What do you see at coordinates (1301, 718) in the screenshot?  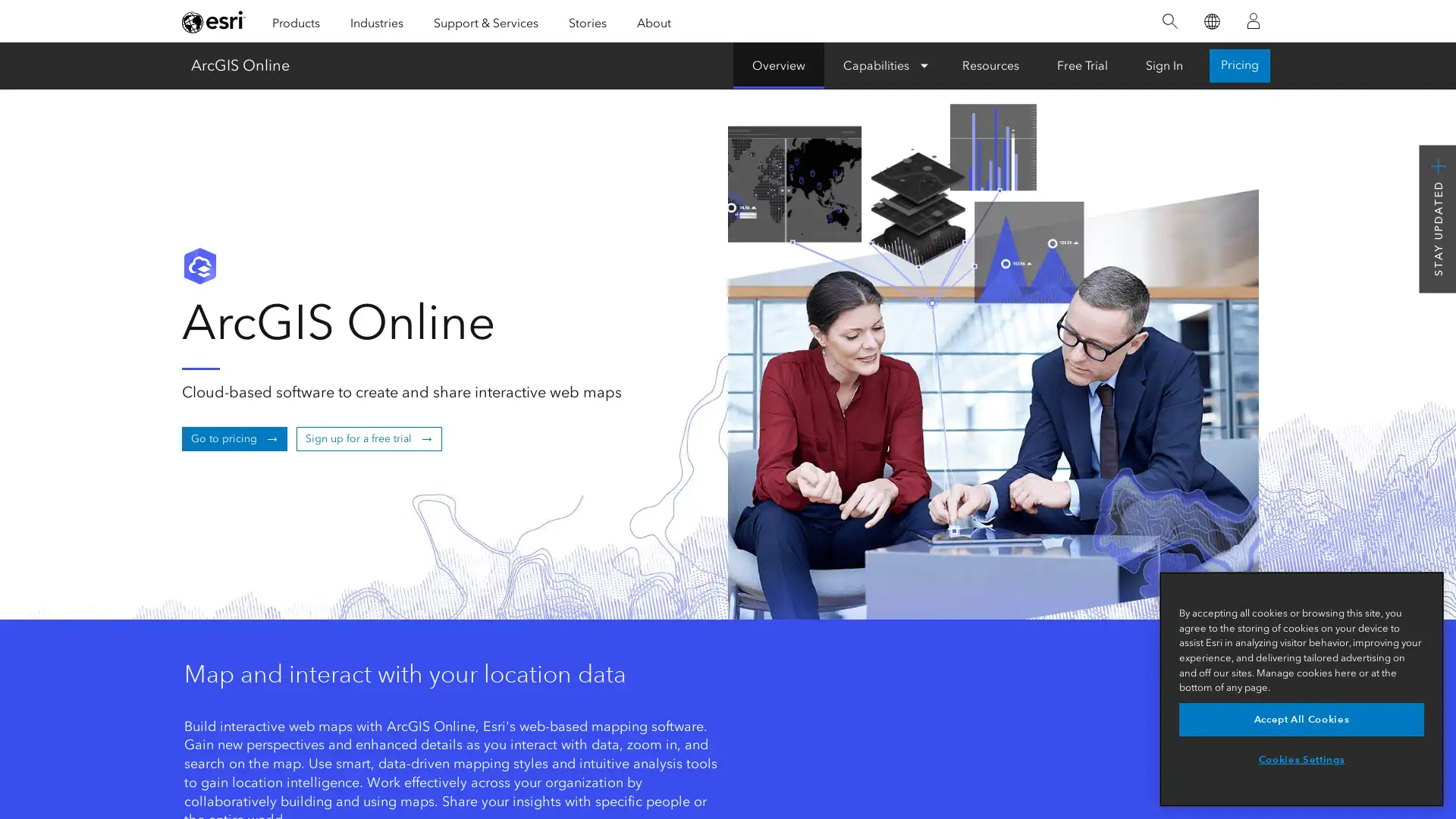 I see `Accept All Cookies` at bounding box center [1301, 718].